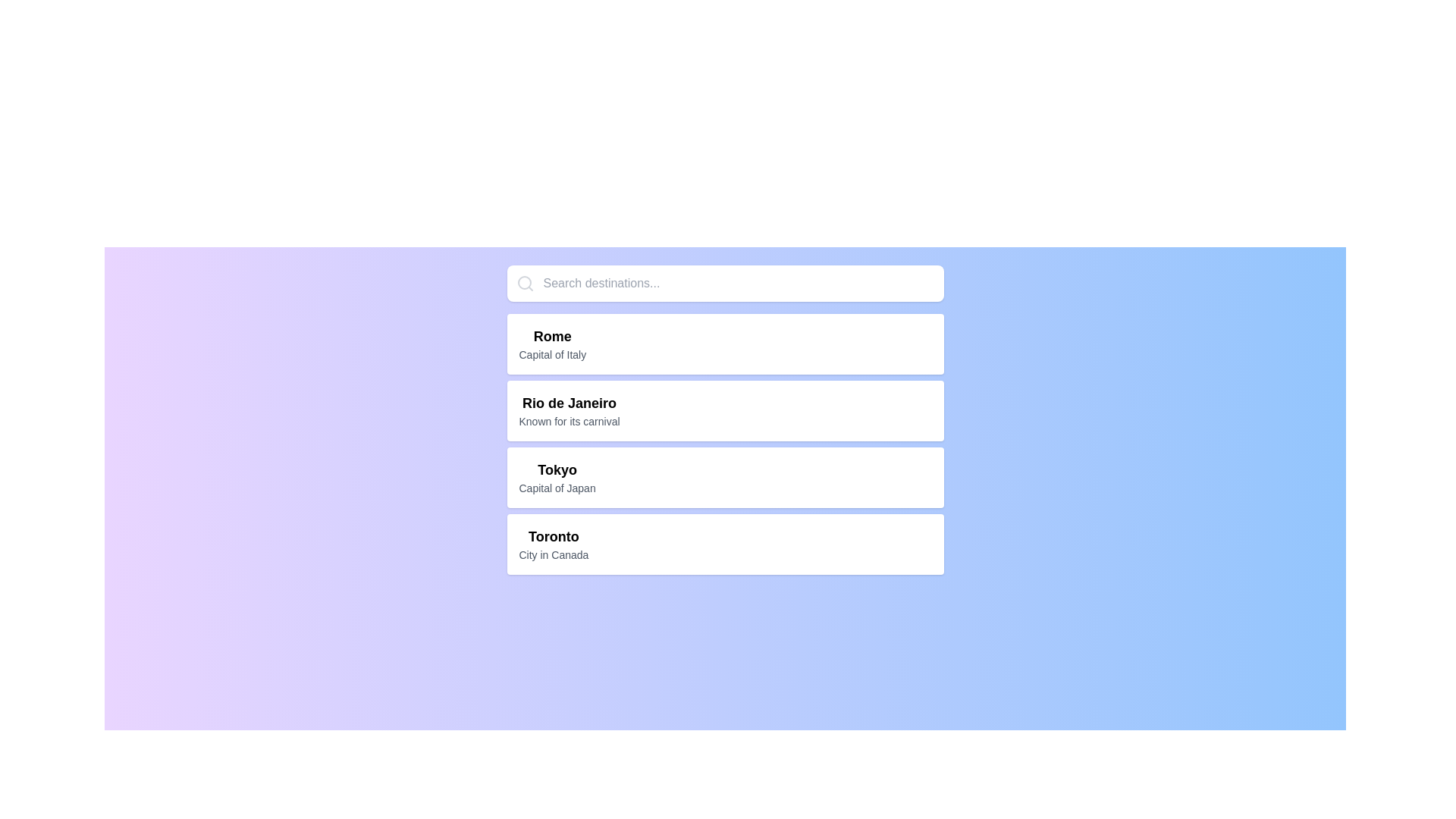 The image size is (1456, 819). What do you see at coordinates (557, 476) in the screenshot?
I see `the Text Information Panel located below 'Rio de Janeiro' and above 'Toronto', which provides the name of a destination and its descriptive subtitle` at bounding box center [557, 476].